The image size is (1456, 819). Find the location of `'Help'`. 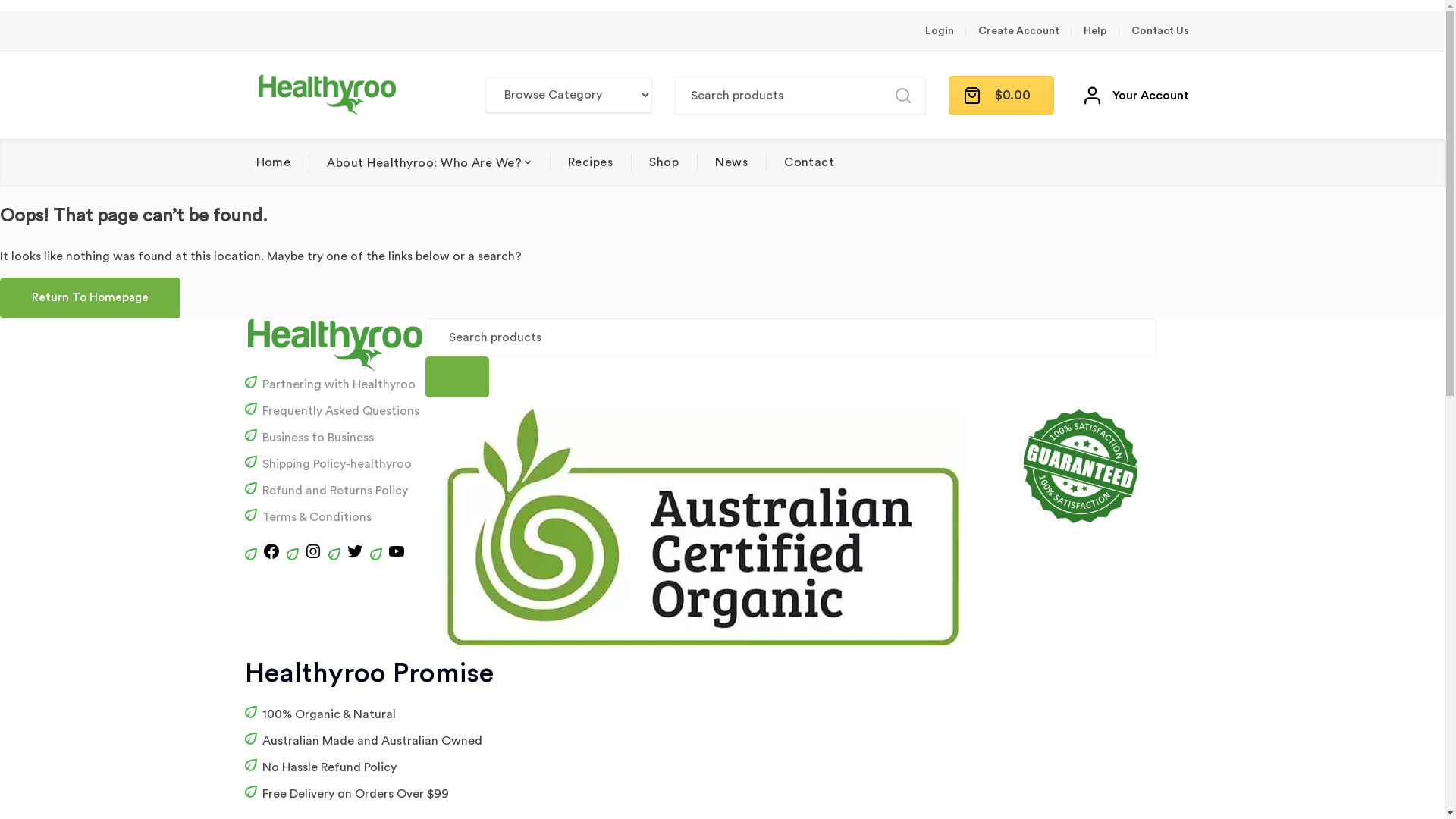

'Help' is located at coordinates (1094, 31).